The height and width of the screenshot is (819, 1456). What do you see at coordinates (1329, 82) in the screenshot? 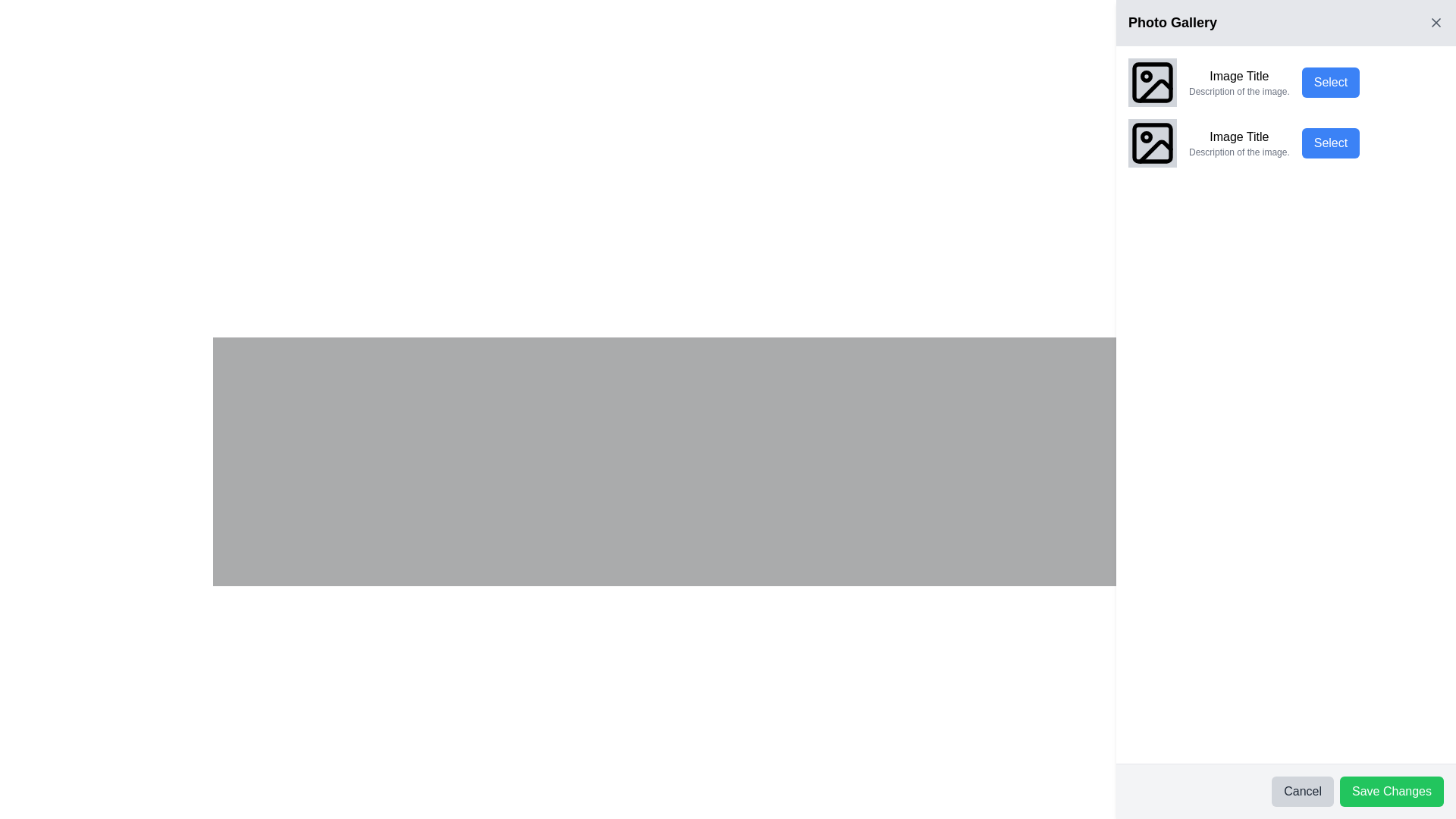
I see `the selector button located at the top-right corner of the list item` at bounding box center [1329, 82].